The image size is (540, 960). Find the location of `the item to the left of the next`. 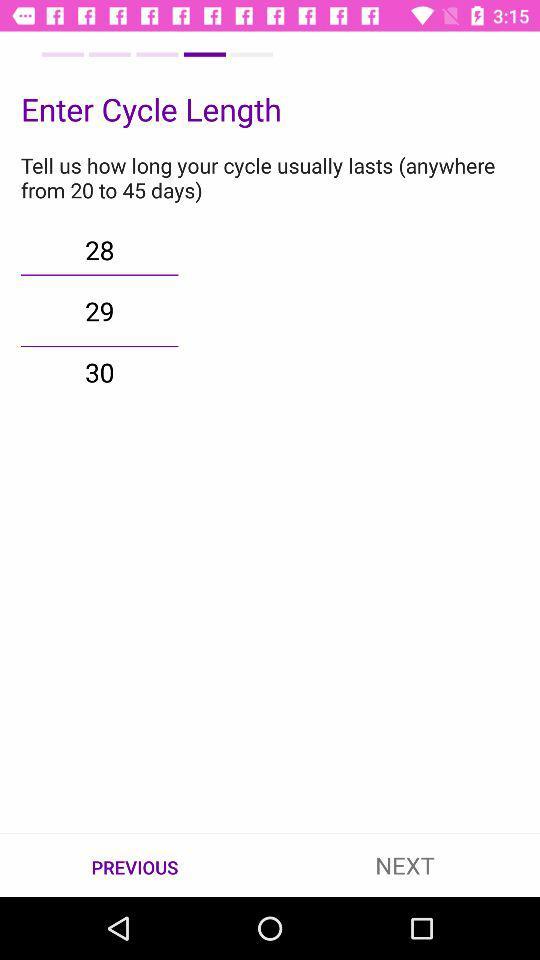

the item to the left of the next is located at coordinates (135, 865).